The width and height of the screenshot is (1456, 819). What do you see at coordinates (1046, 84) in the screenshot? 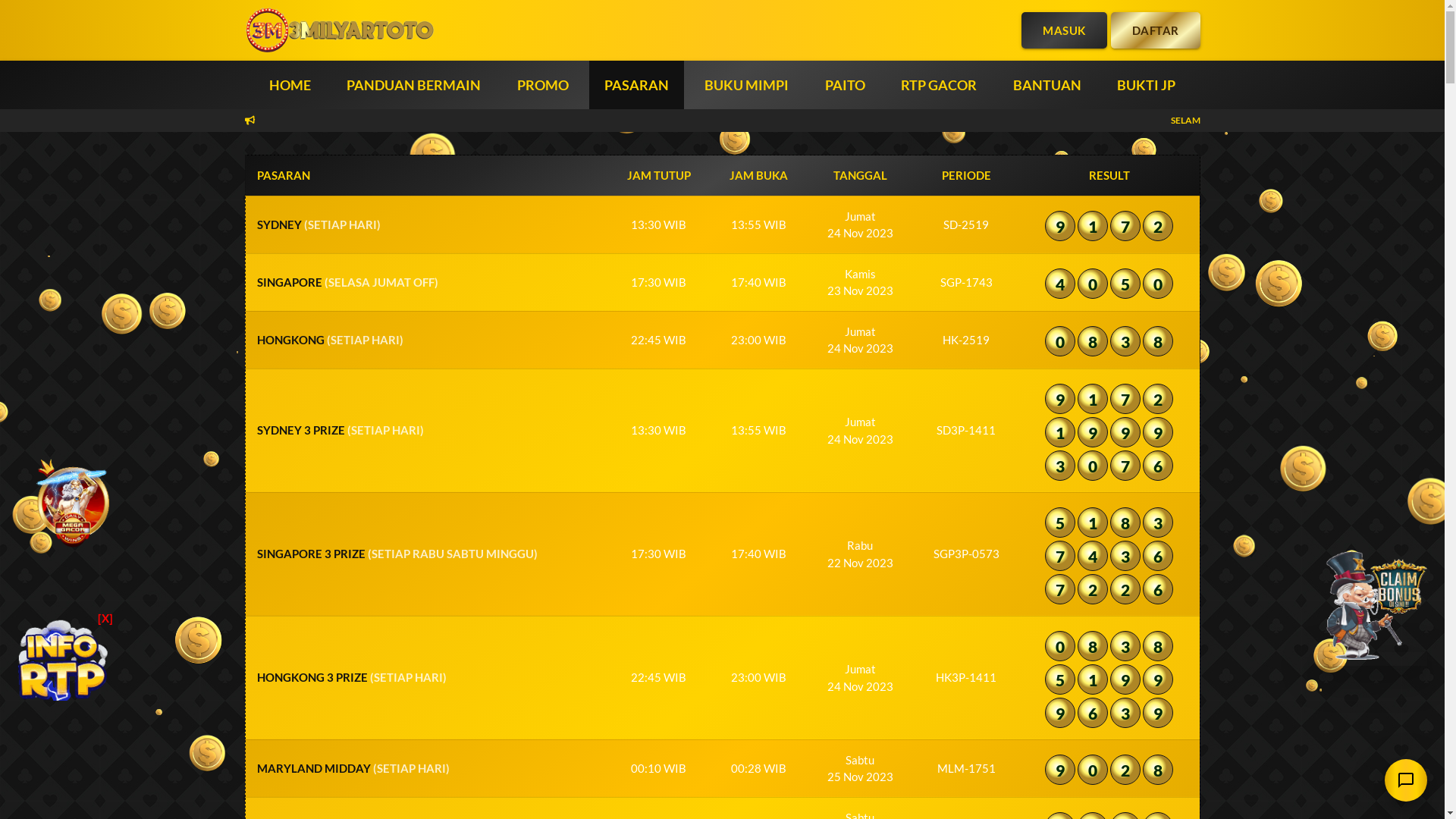
I see `'BANTUAN'` at bounding box center [1046, 84].